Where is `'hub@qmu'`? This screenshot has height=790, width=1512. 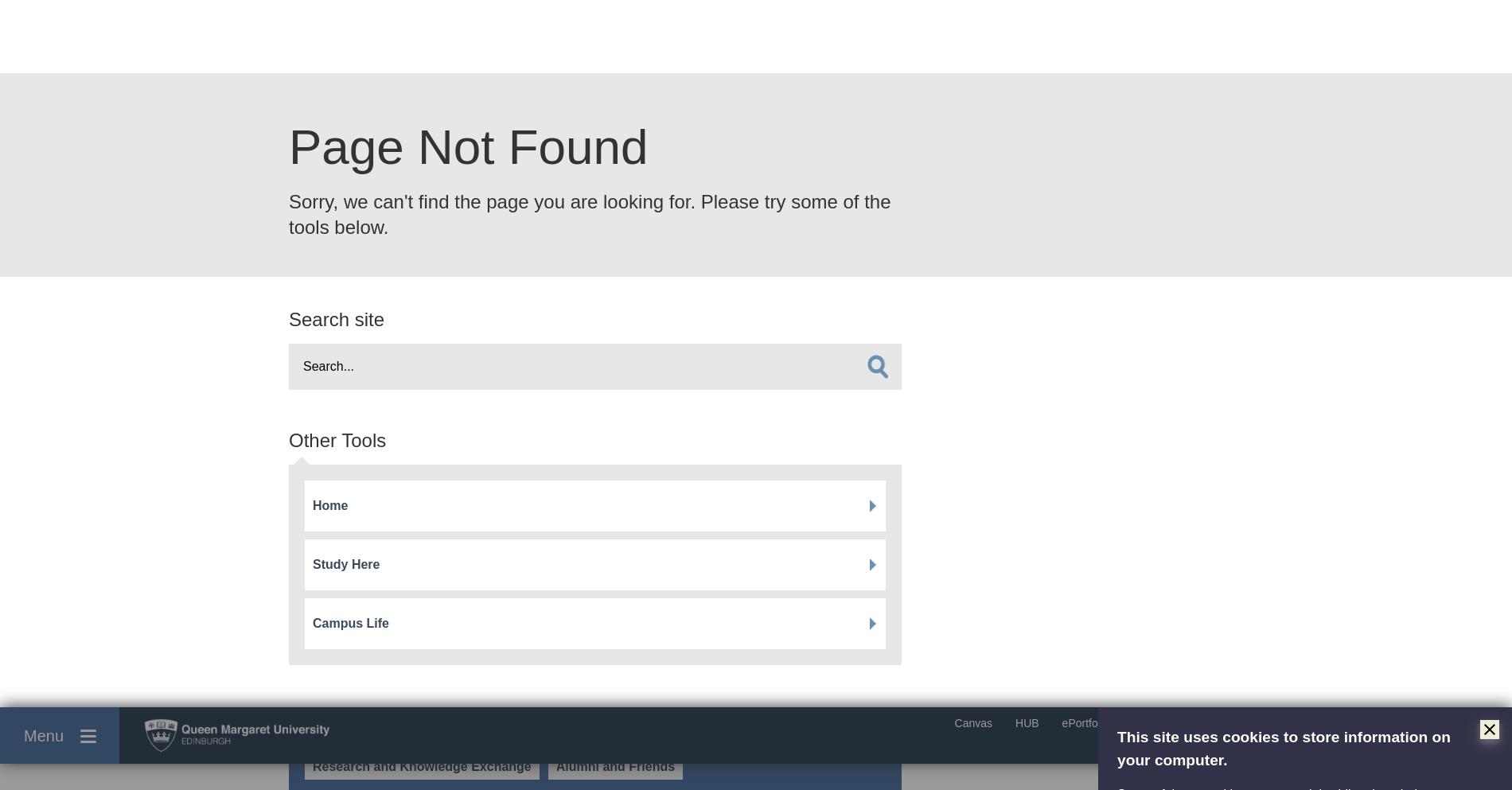 'hub@qmu' is located at coordinates (288, 517).